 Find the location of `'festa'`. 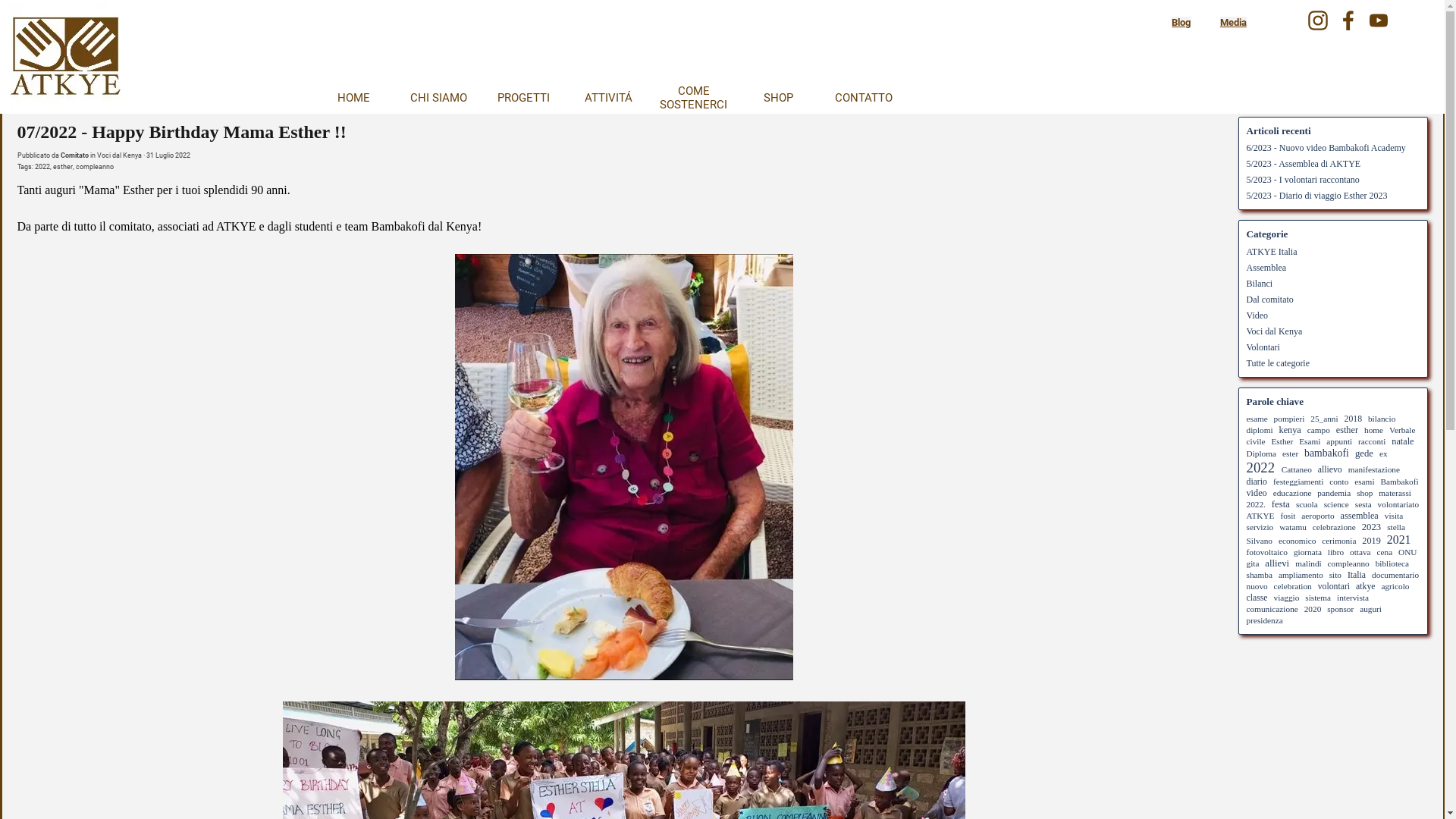

'festa' is located at coordinates (1280, 504).